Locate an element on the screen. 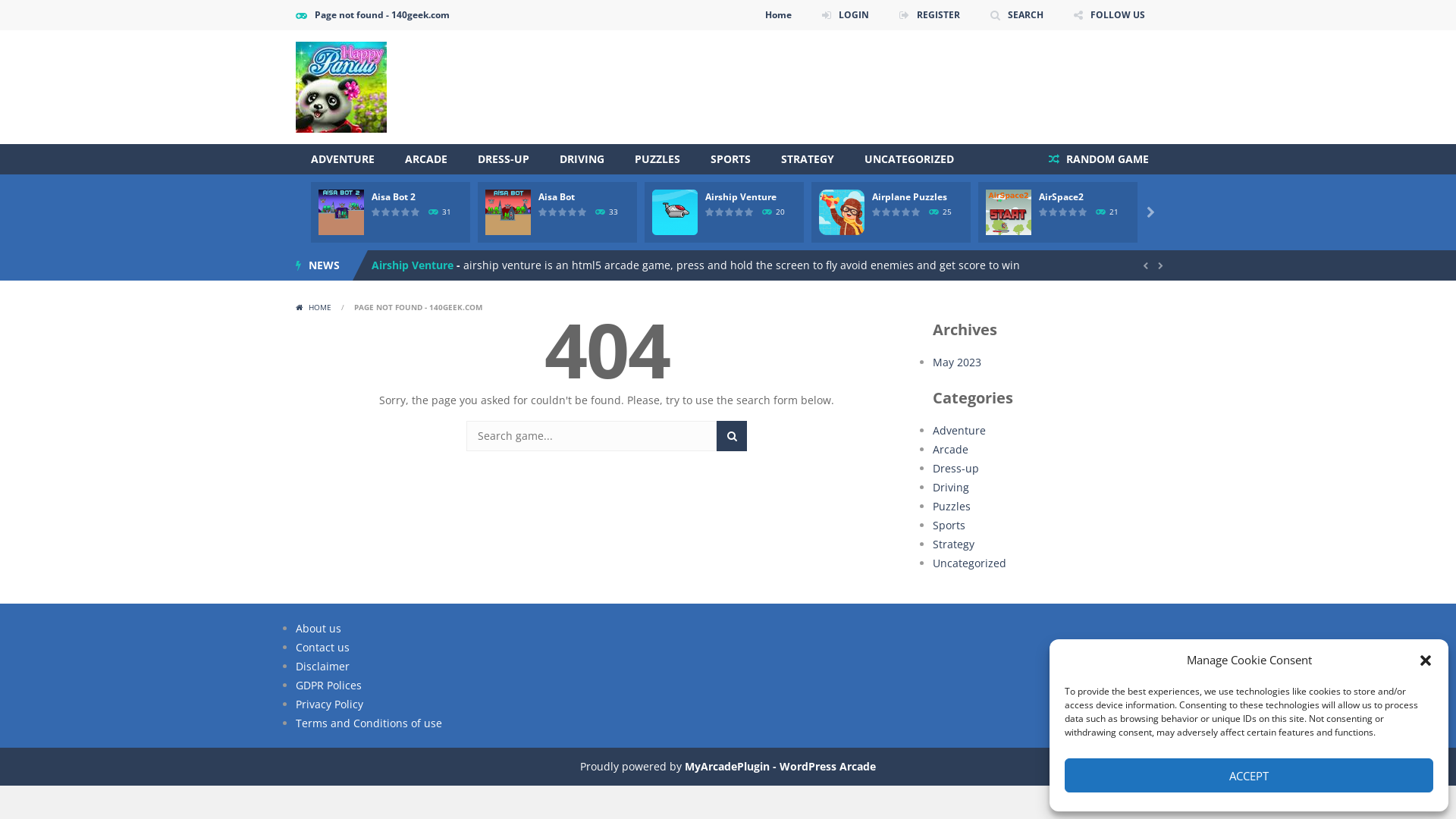 This screenshot has width=1456, height=819. 'ACCEPT' is located at coordinates (1248, 775).